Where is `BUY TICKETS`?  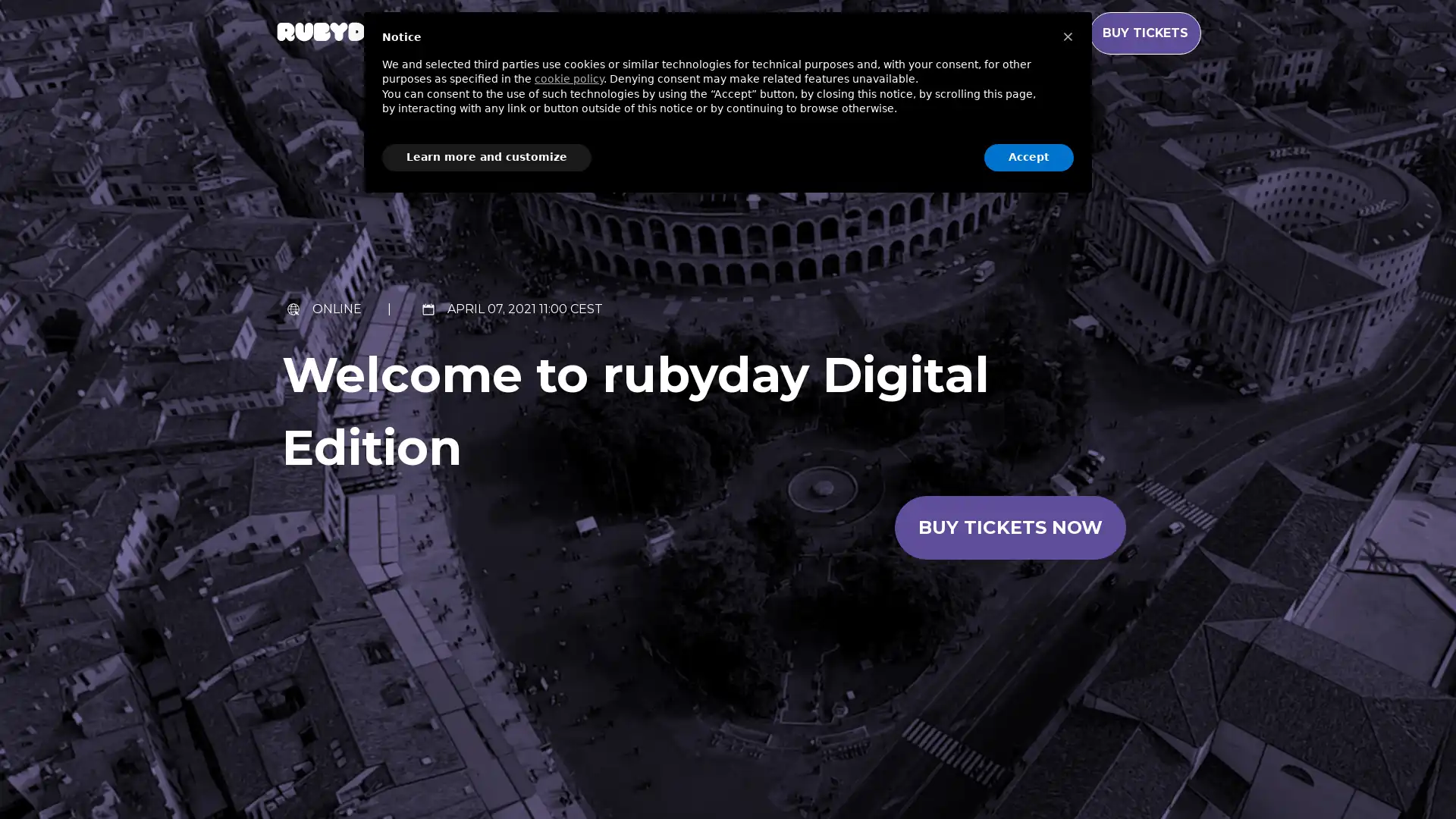 BUY TICKETS is located at coordinates (1145, 33).